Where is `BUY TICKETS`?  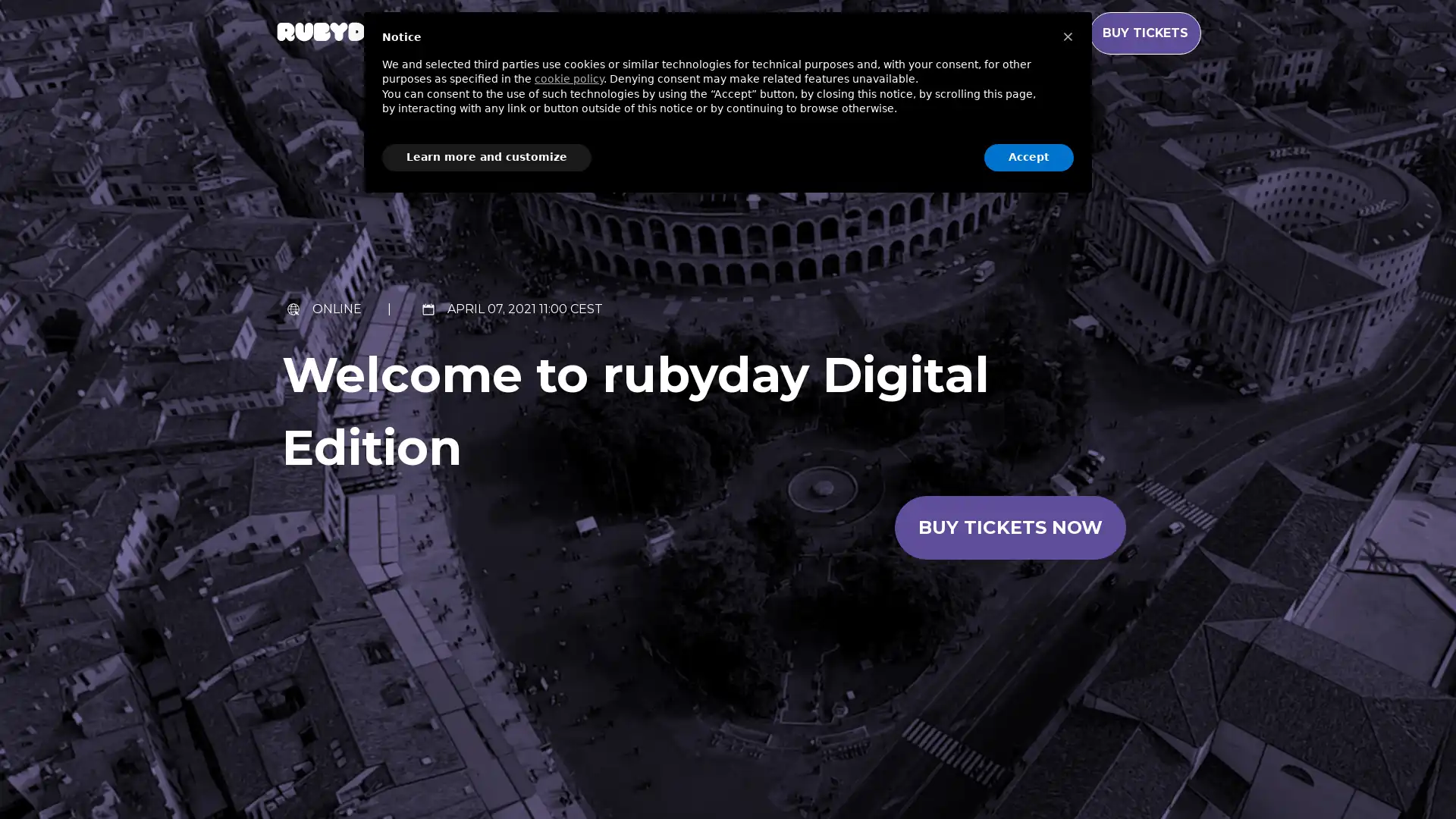 BUY TICKETS is located at coordinates (1145, 33).